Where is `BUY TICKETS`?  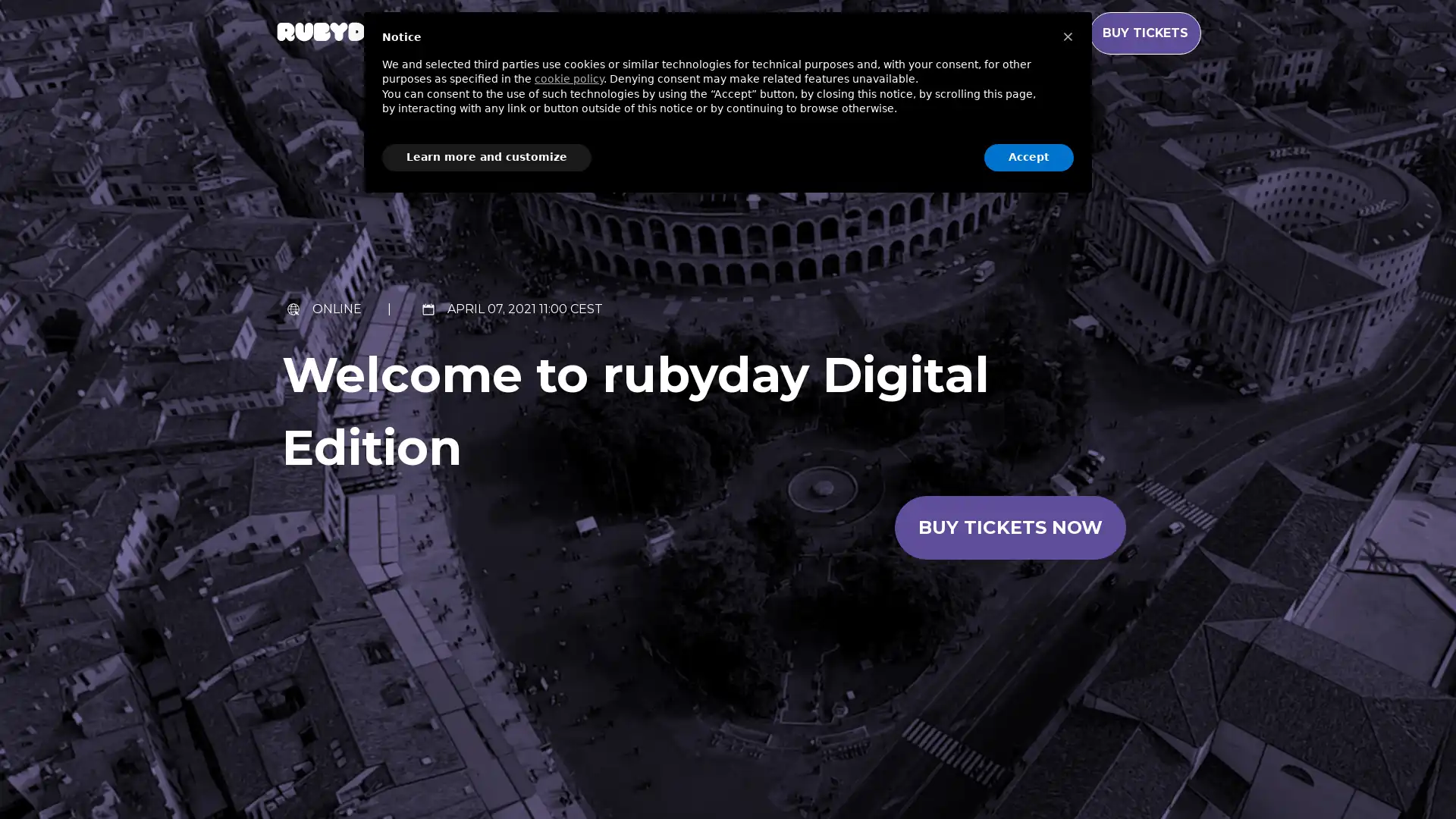 BUY TICKETS is located at coordinates (1145, 33).